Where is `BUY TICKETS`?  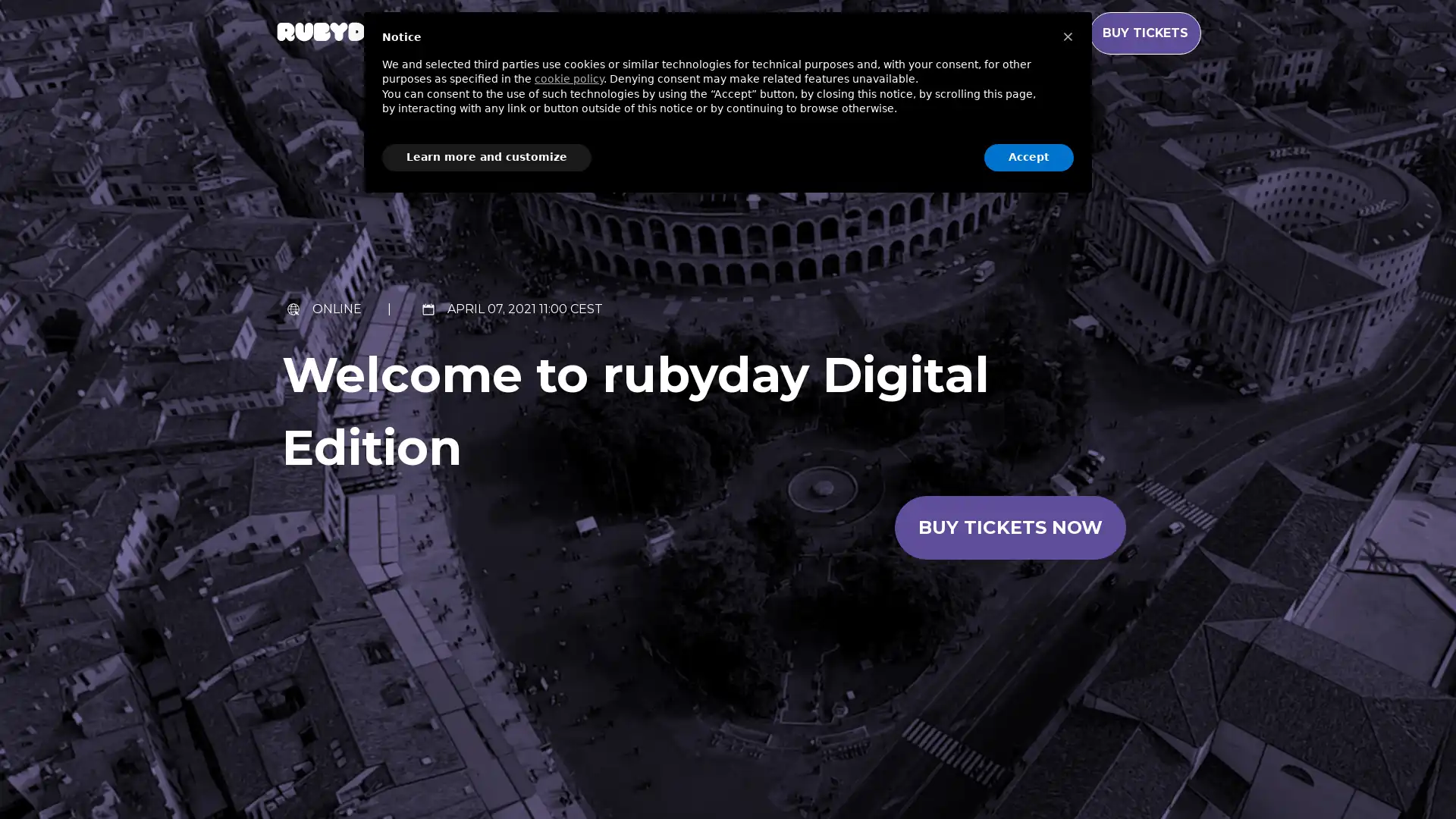 BUY TICKETS is located at coordinates (1145, 33).